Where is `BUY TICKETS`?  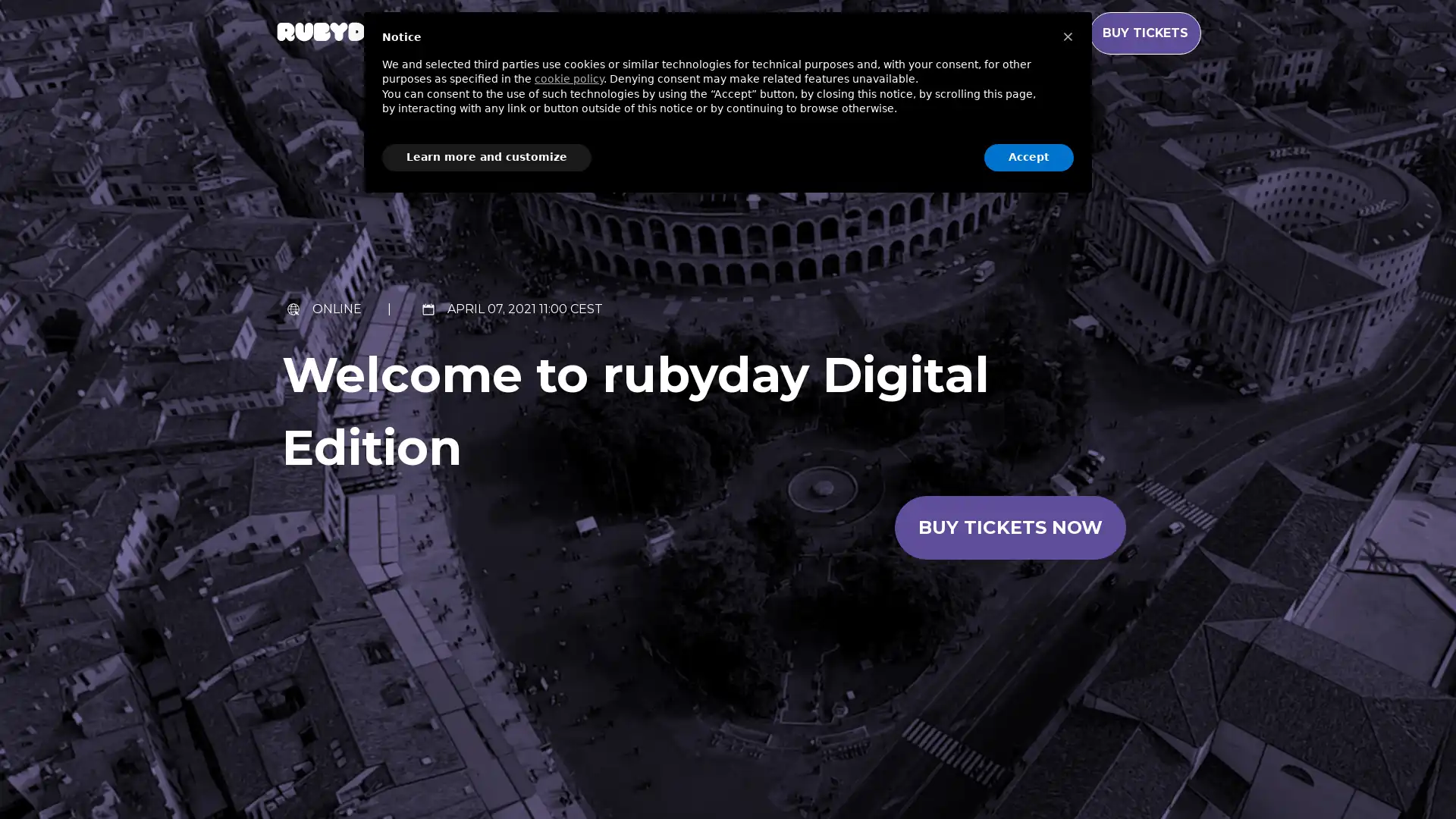 BUY TICKETS is located at coordinates (1145, 33).